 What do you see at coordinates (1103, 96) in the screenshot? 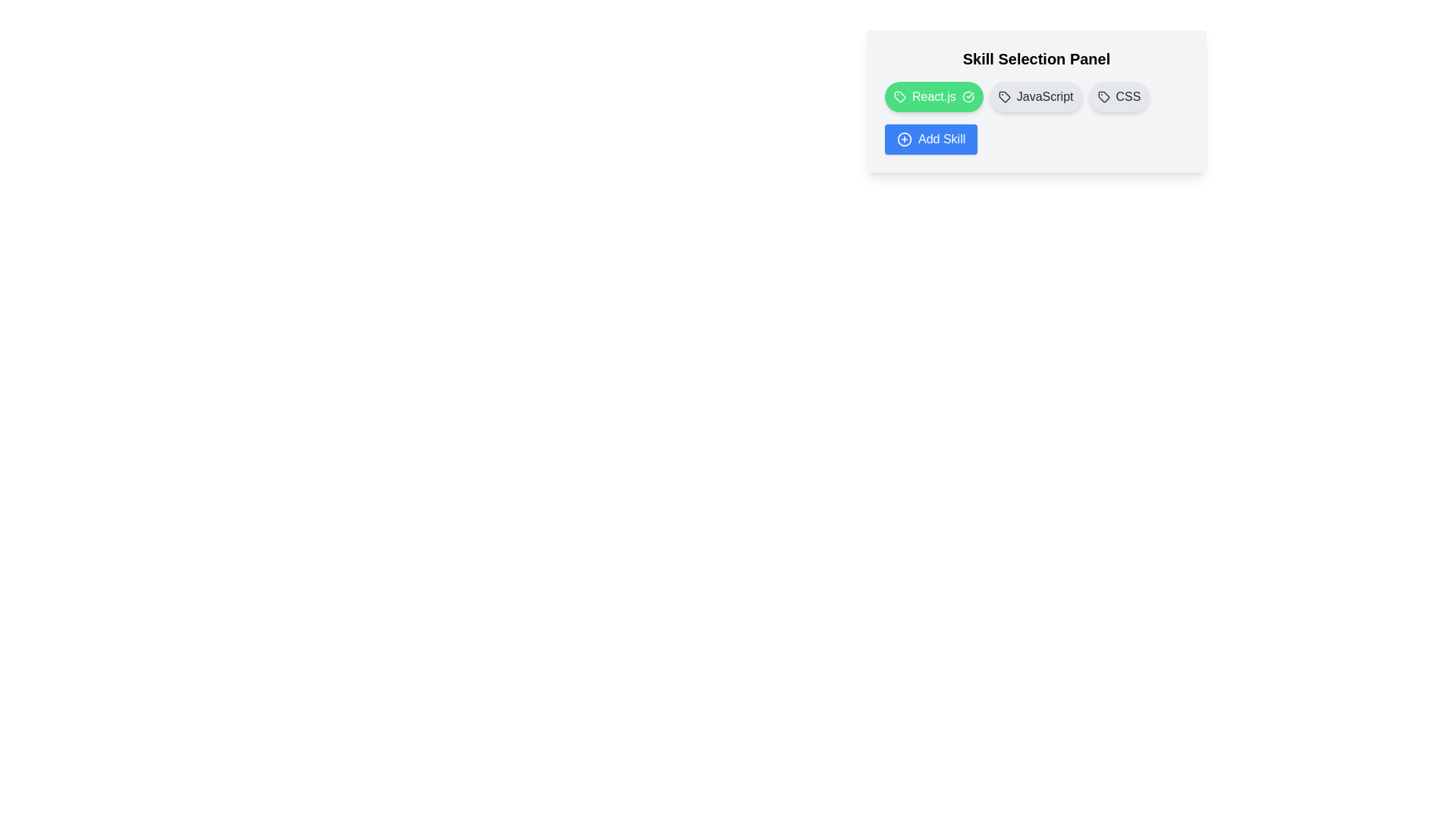
I see `the decorative icon representing a tag next to the 'CSS' text in the 'Skill Selection Panel' to indicate a skill related to CSS` at bounding box center [1103, 96].